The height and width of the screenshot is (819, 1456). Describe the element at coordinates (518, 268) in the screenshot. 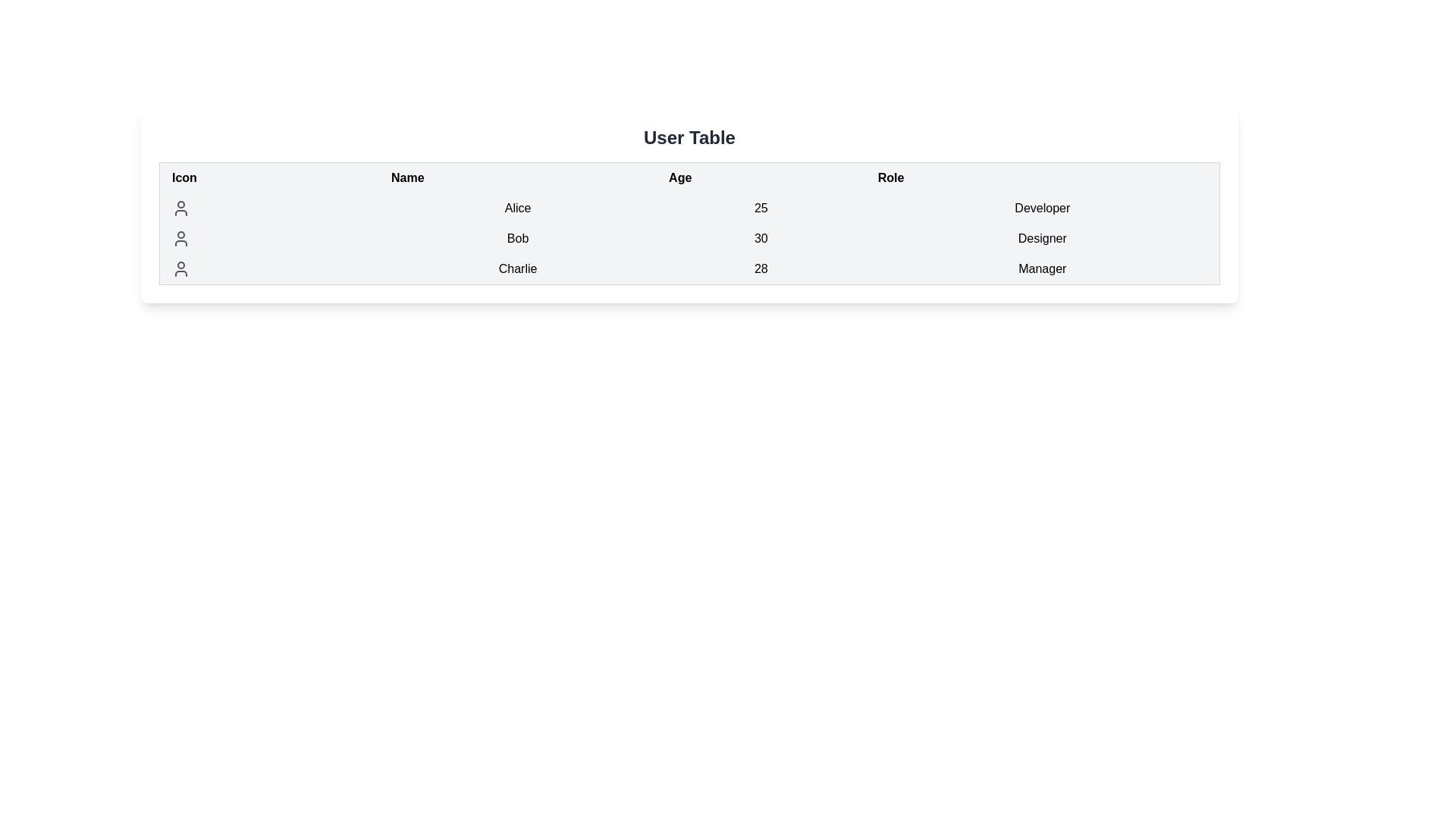

I see `the text label displaying 'Charlie' in the third row's 'Name' column of the user table` at that location.